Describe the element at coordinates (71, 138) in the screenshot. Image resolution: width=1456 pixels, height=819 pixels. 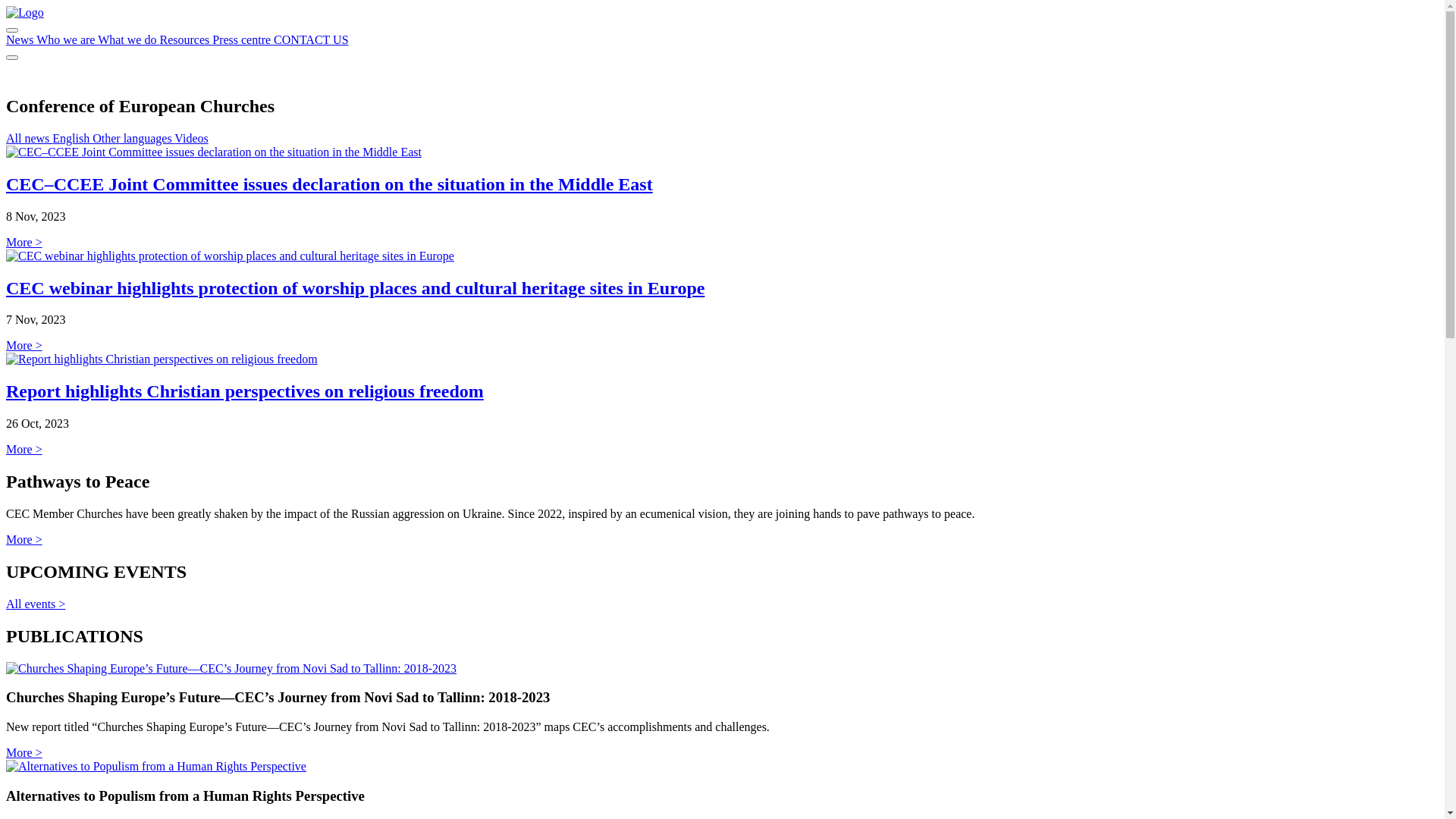
I see `'English'` at that location.